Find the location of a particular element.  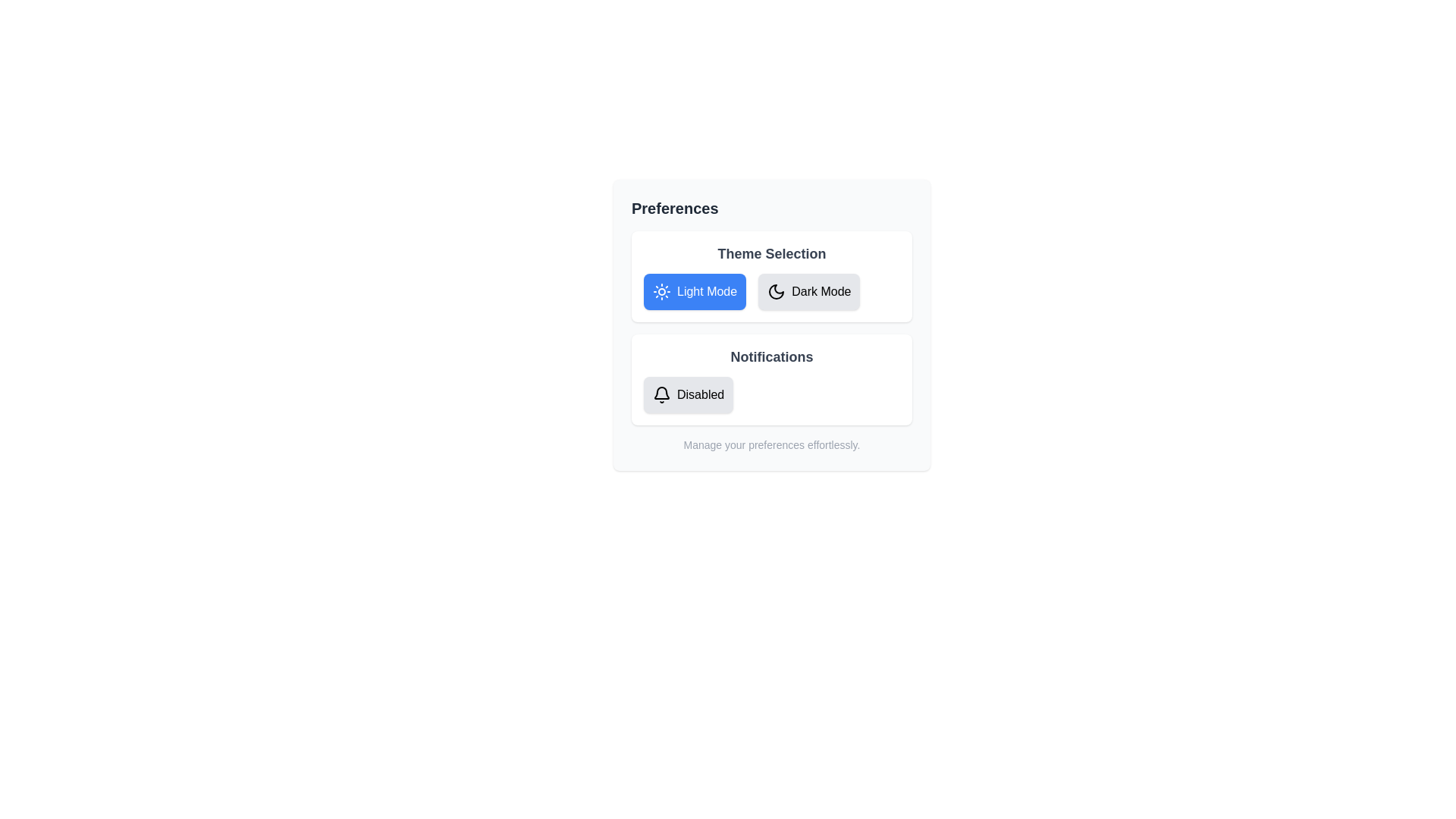

the 'Light Mode' or 'Dark Mode' button in the Interactive card for theme selection located in the top-center part of the 'Preferences' card is located at coordinates (771, 277).